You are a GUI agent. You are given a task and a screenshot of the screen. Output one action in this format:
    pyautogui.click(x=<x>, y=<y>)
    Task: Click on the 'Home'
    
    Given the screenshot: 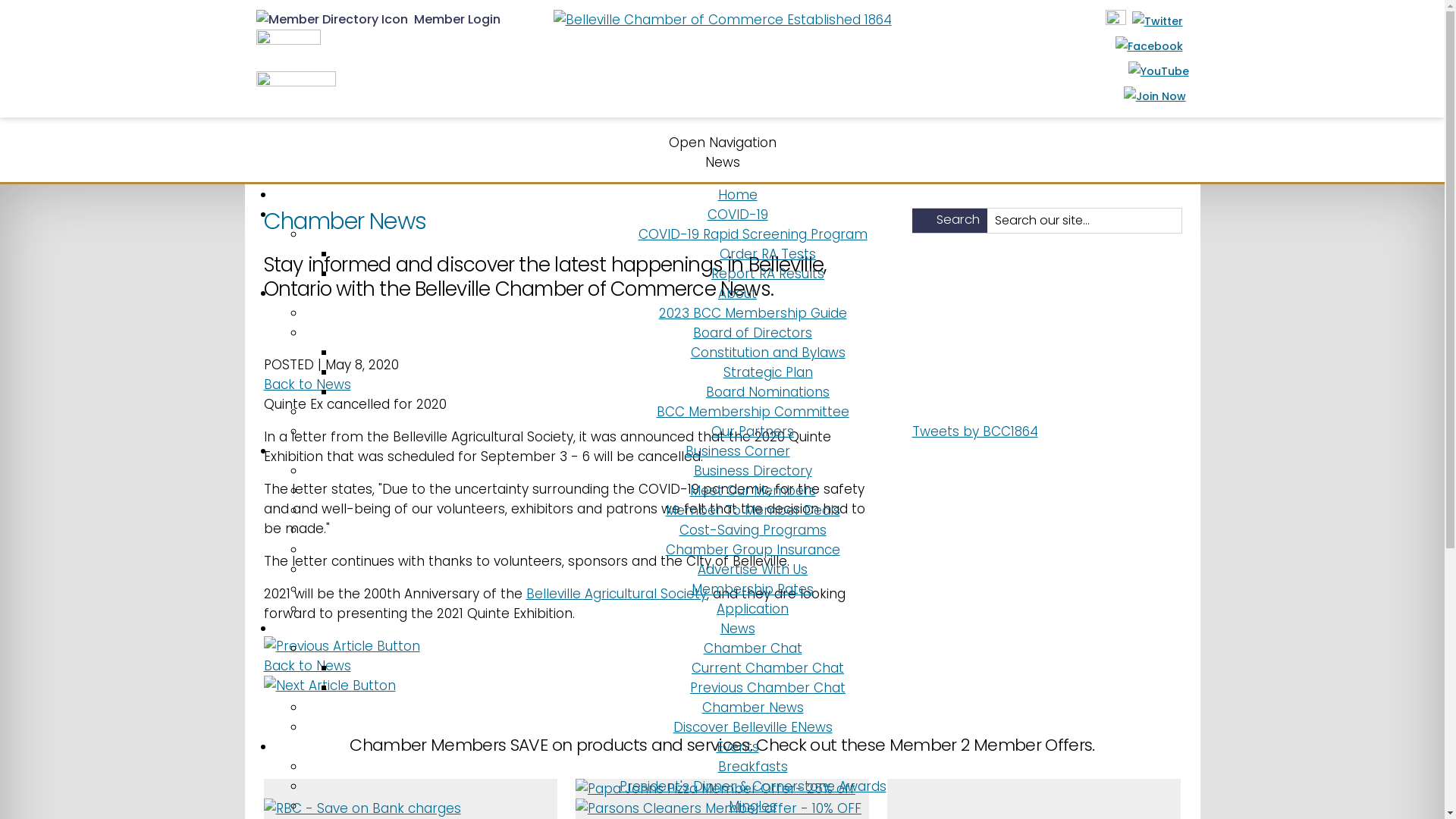 What is the action you would take?
    pyautogui.click(x=736, y=194)
    